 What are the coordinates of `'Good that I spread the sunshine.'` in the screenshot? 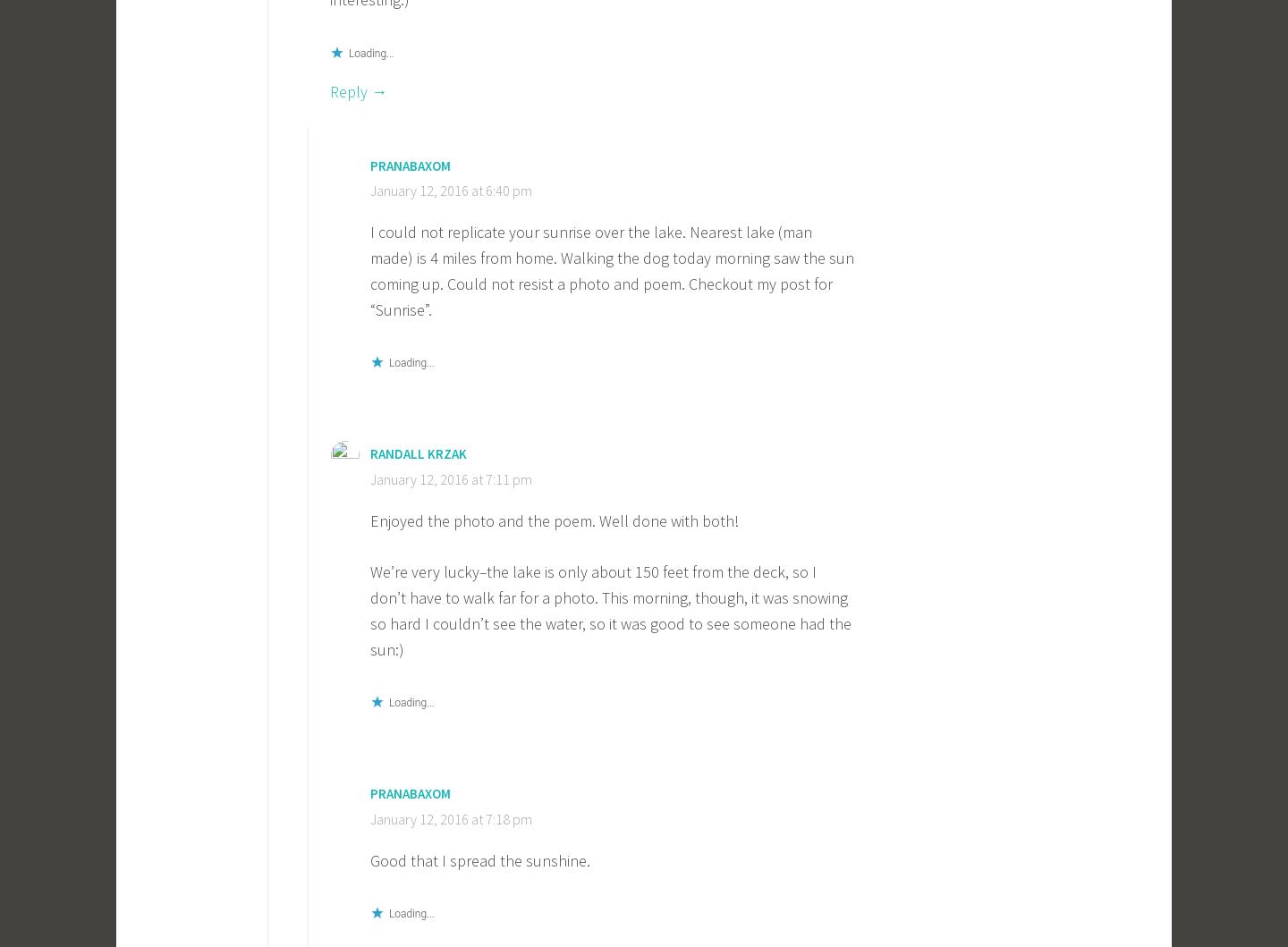 It's located at (479, 858).